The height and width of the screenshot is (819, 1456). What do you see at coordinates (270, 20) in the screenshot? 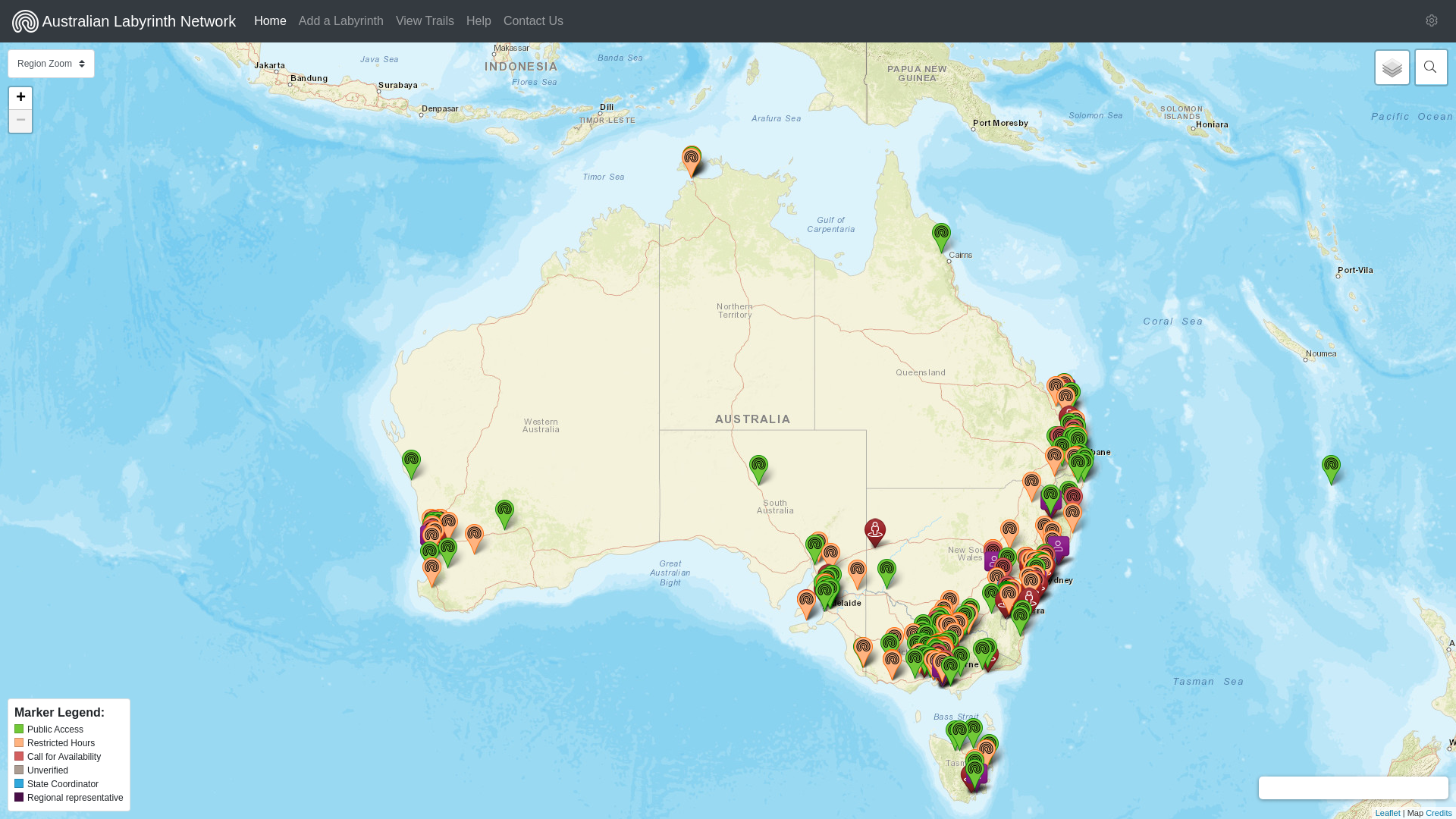
I see `'Home` at bounding box center [270, 20].